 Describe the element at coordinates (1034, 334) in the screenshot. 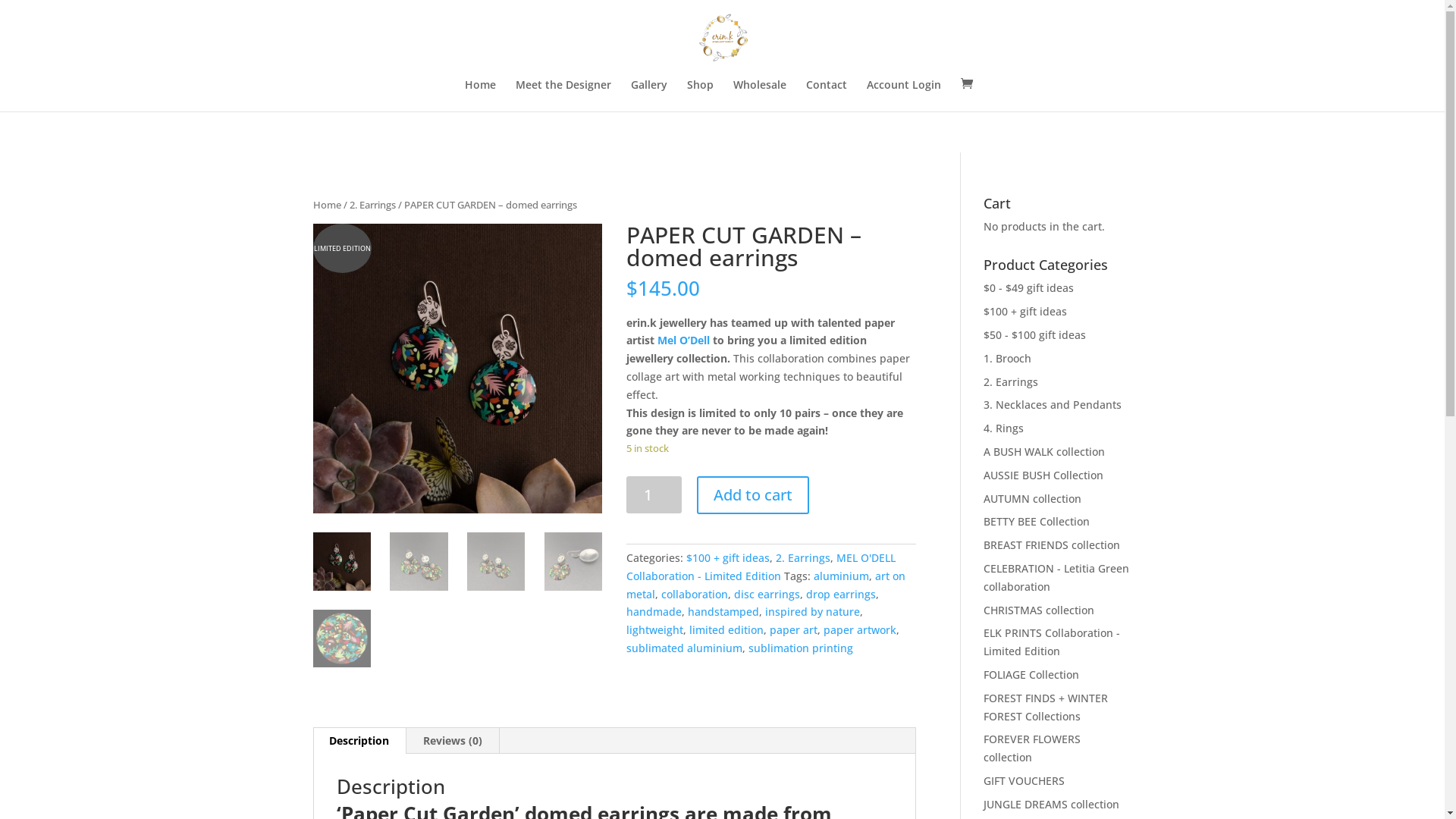

I see `'$50 - $100 gift ideas'` at that location.